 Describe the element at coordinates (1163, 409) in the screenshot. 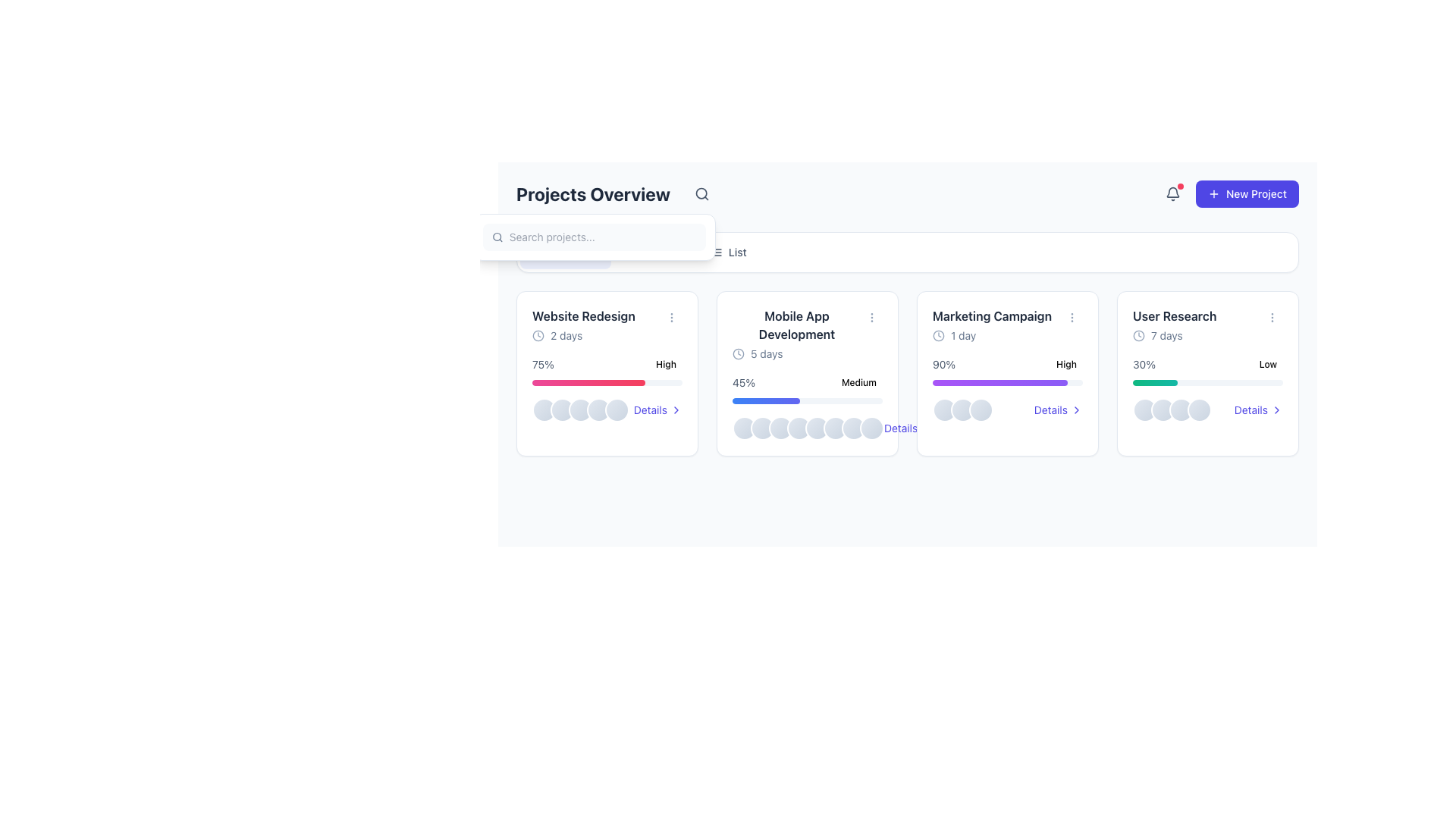

I see `the second circular icon with a gradient background and a white outline, located in the horizontally arranged group of icons near the bottom of the 'User Research' card` at that location.